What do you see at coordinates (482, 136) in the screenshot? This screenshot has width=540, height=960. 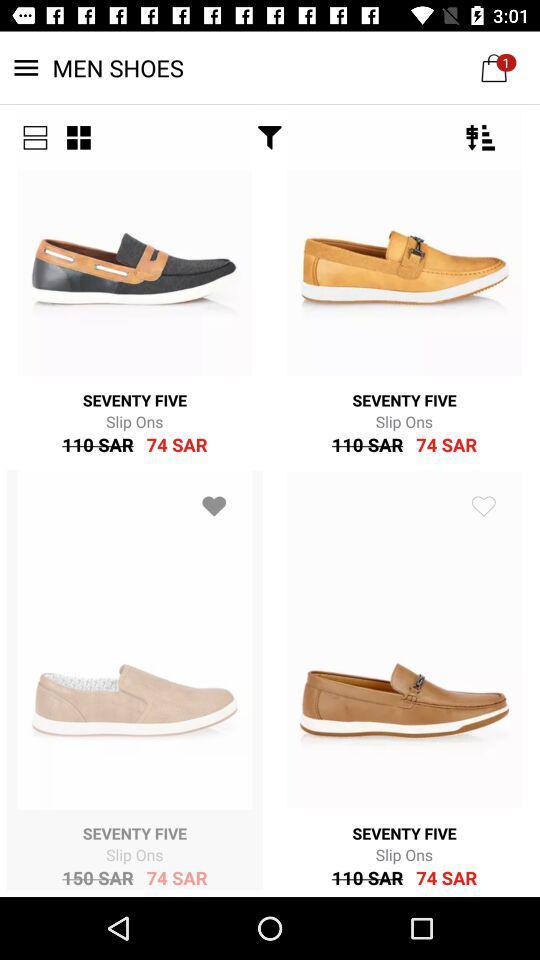 I see `the filter_list icon` at bounding box center [482, 136].